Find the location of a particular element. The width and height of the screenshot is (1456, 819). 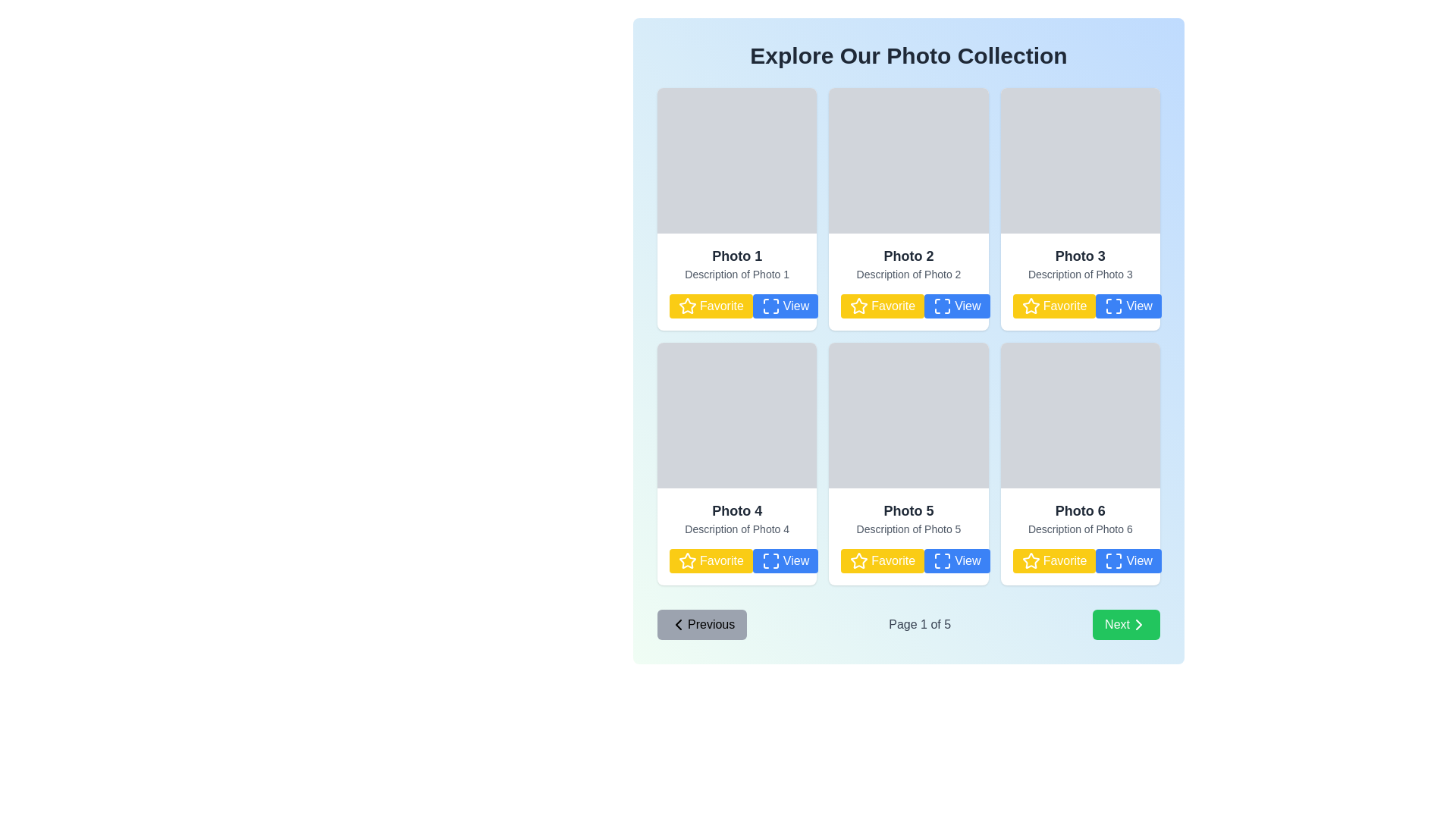

the star icon located to the left of the 'Favorite' text within the yellow button beneath 'Photo 4' to rate it is located at coordinates (687, 561).